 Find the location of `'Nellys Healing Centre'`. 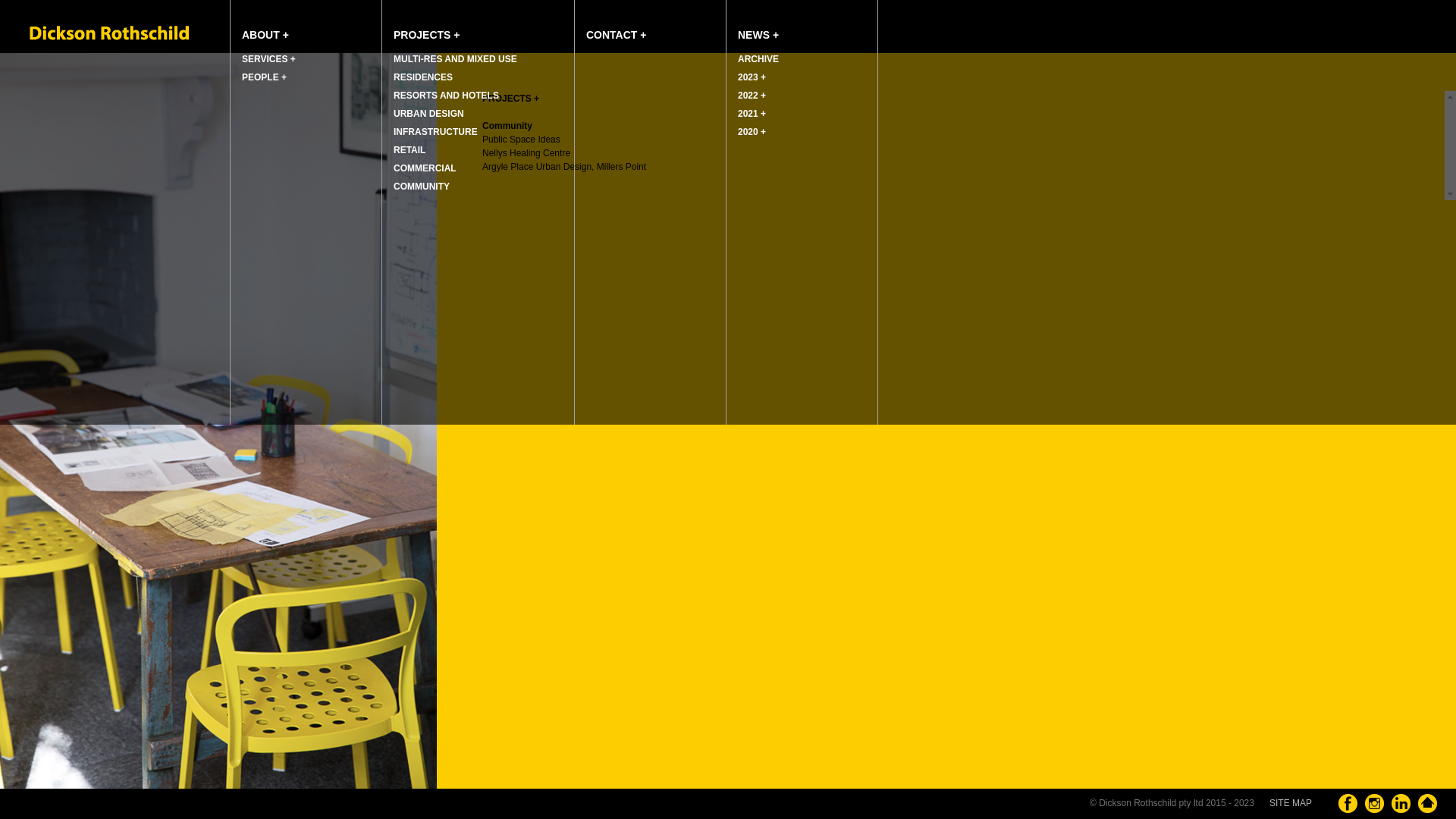

'Nellys Healing Centre' is located at coordinates (526, 152).